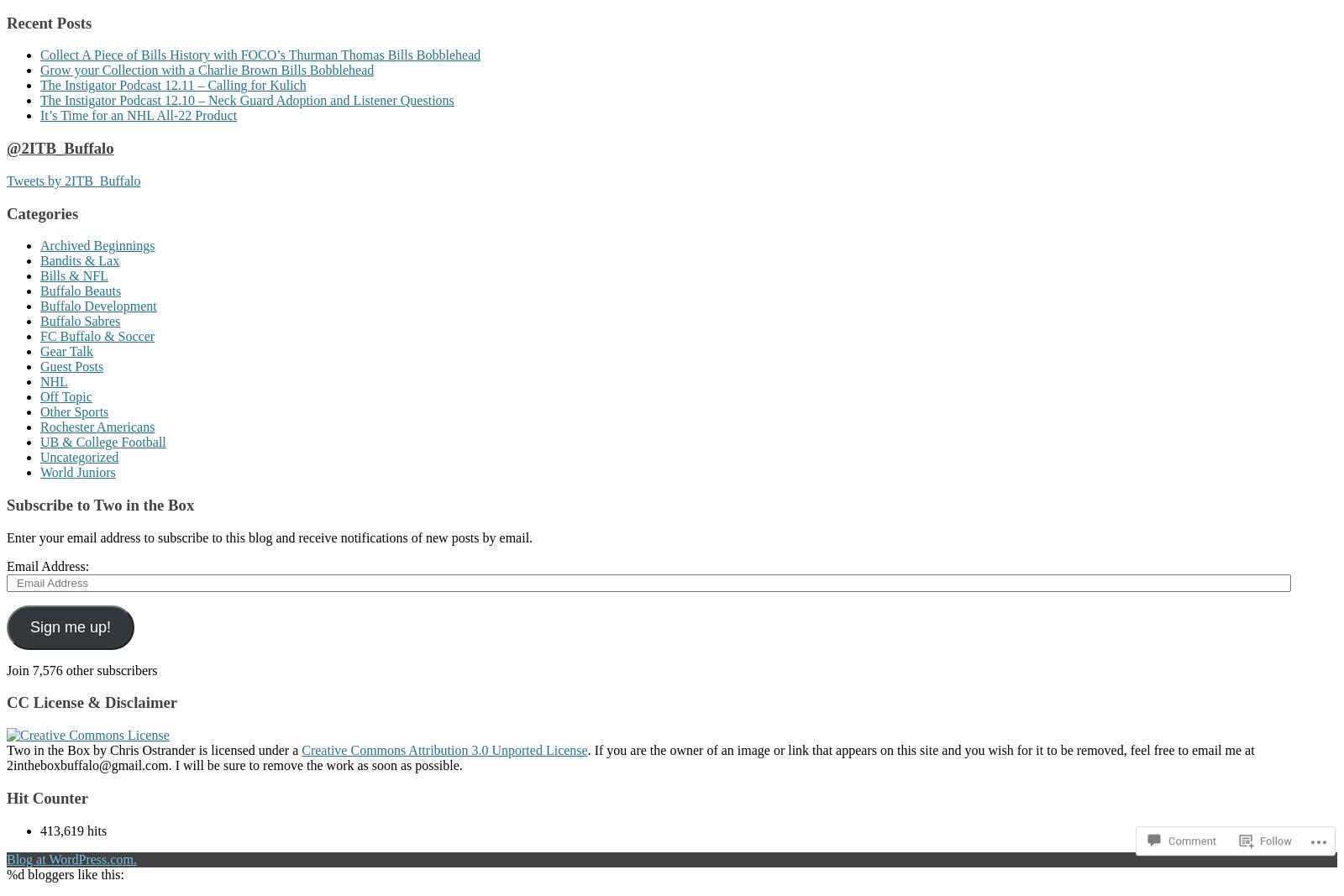 The image size is (1344, 896). Describe the element at coordinates (76, 472) in the screenshot. I see `'World Juniors'` at that location.